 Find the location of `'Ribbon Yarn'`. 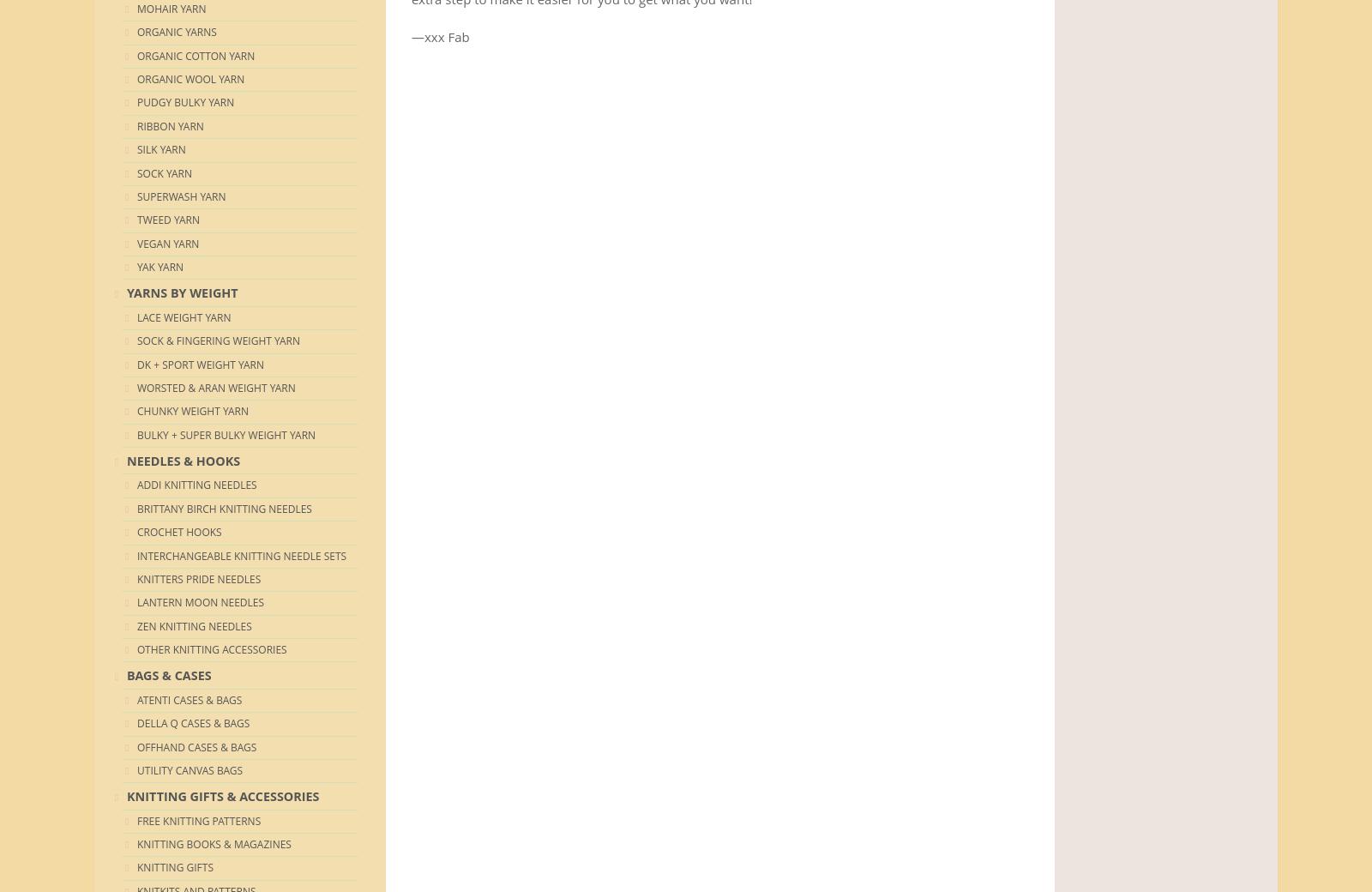

'Ribbon Yarn' is located at coordinates (169, 125).